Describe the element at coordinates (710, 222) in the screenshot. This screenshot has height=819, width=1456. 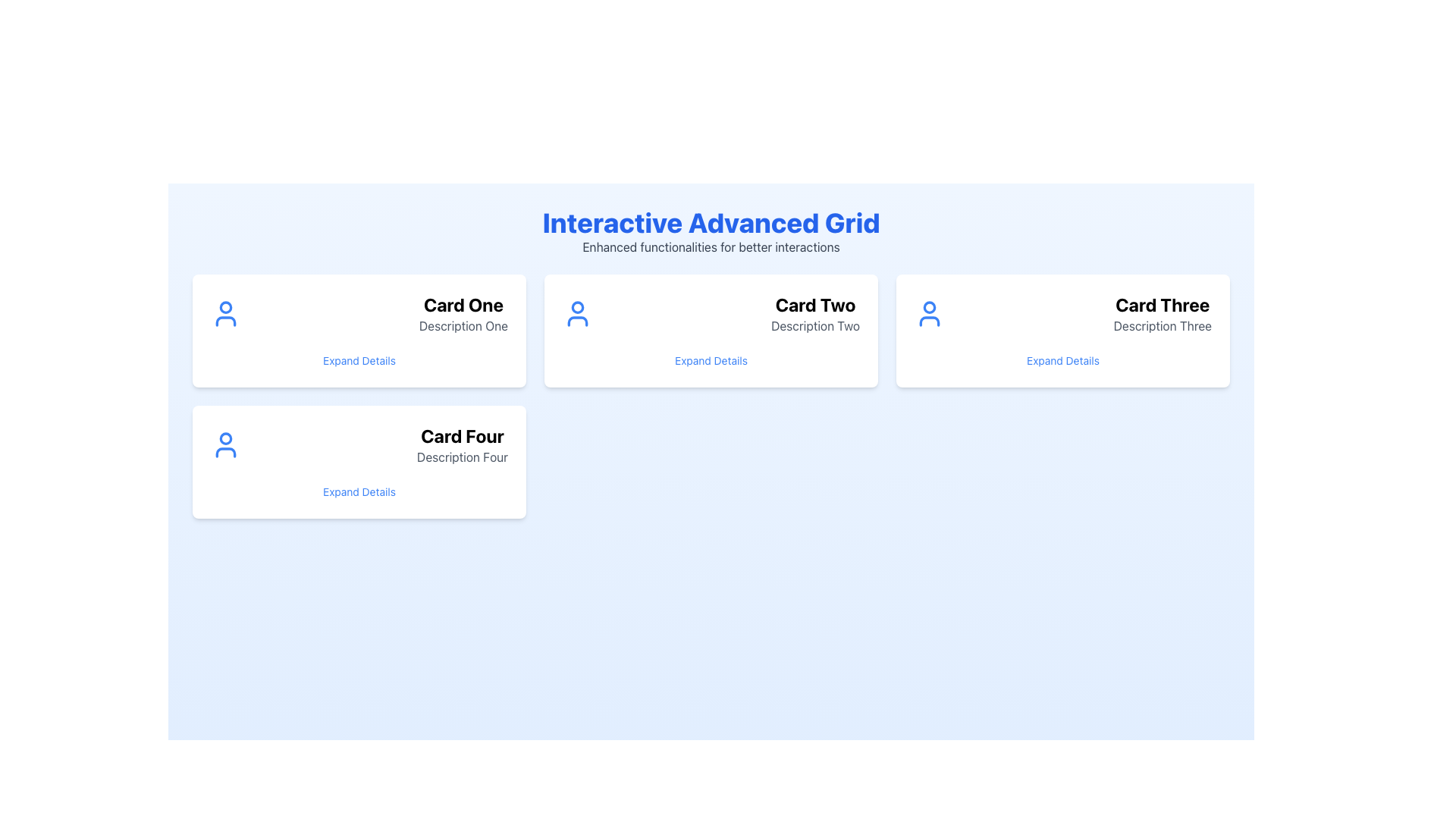
I see `main title text located at the top center of the page, which serves as a heading for the section about an interactive advanced grid` at that location.